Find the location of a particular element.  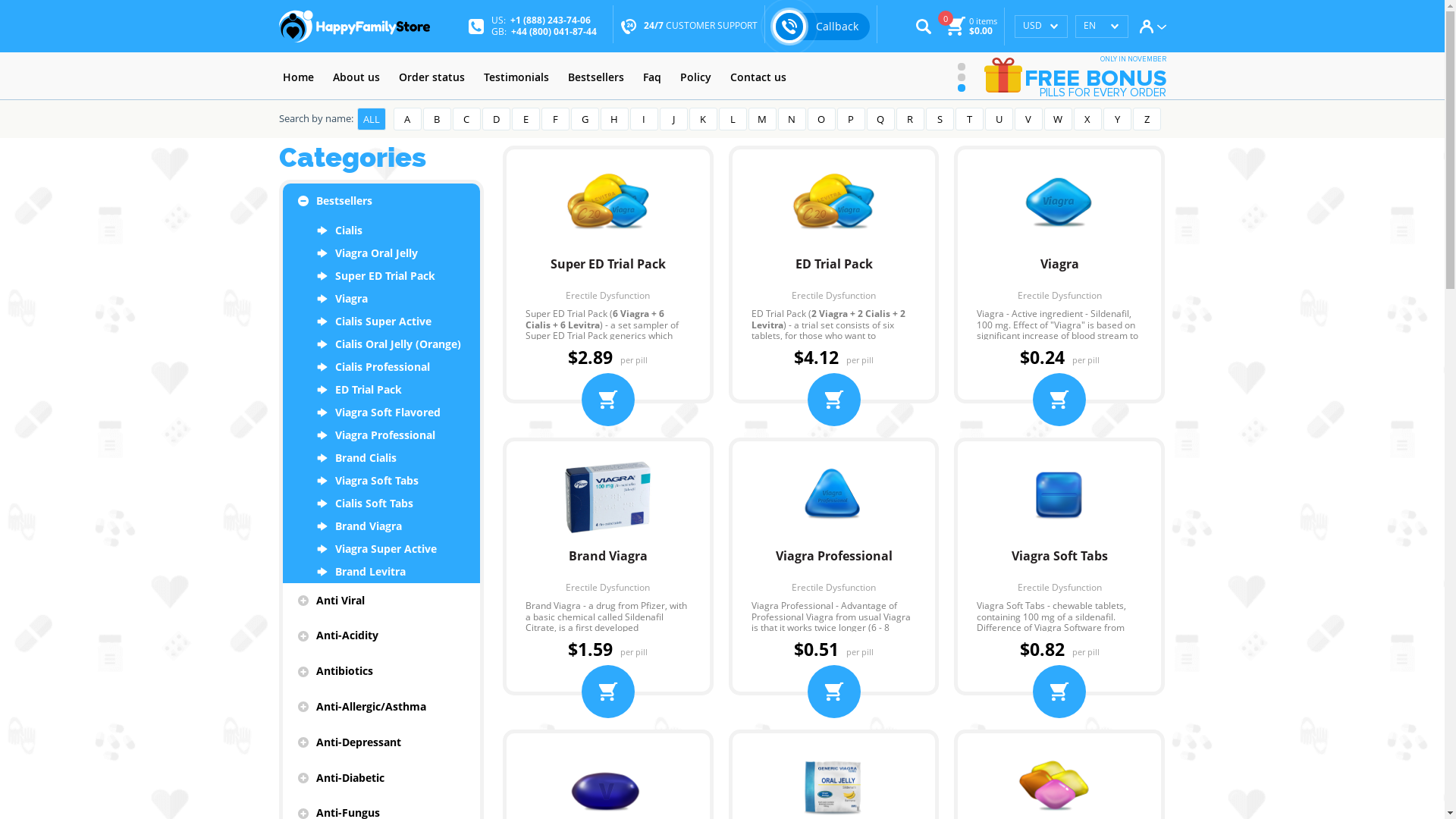

'Cialis Soft Tabs' is located at coordinates (381, 503).